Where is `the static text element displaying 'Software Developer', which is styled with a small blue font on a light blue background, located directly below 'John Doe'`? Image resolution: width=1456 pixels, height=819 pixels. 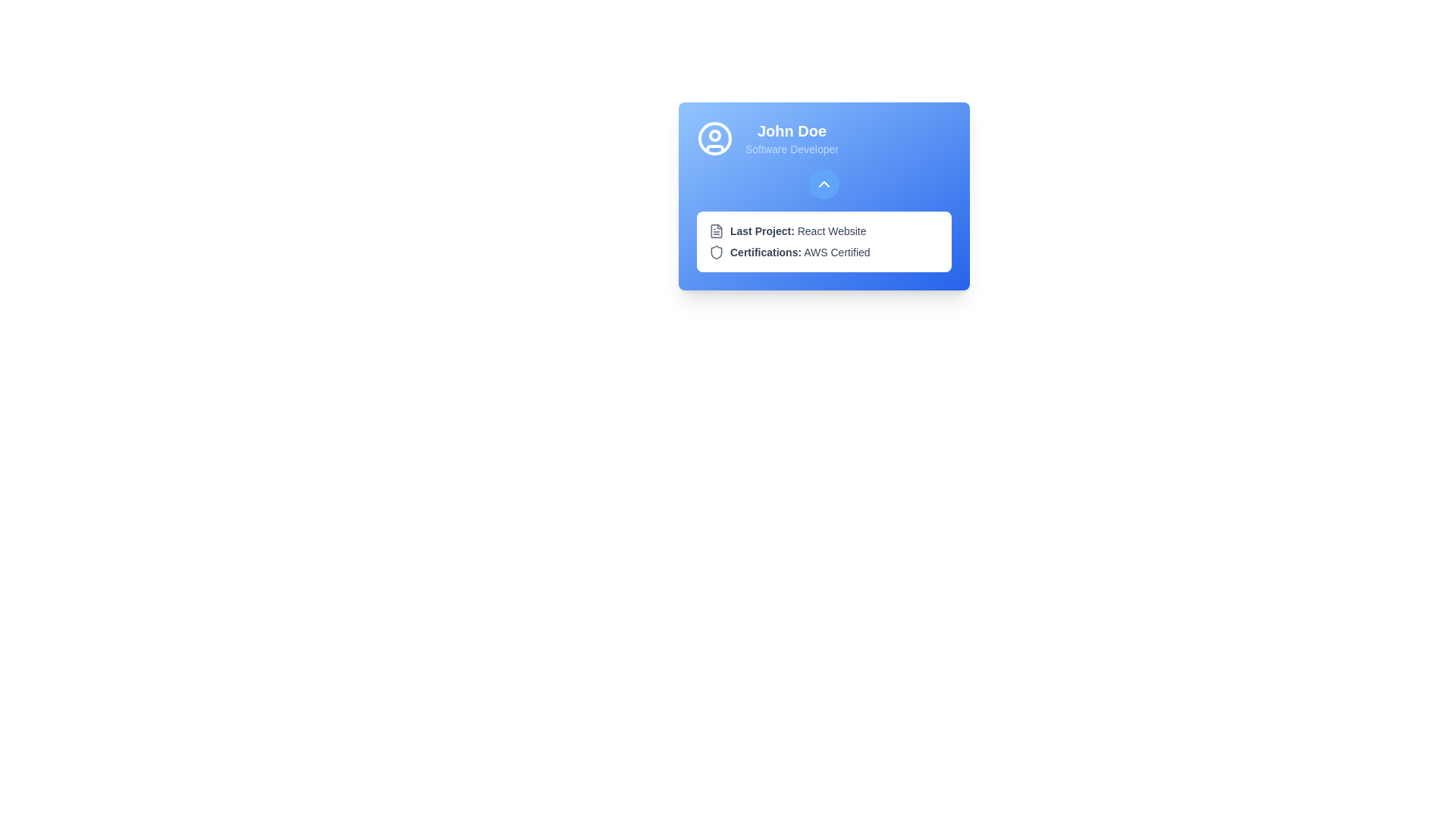 the static text element displaying 'Software Developer', which is styled with a small blue font on a light blue background, located directly below 'John Doe' is located at coordinates (791, 149).